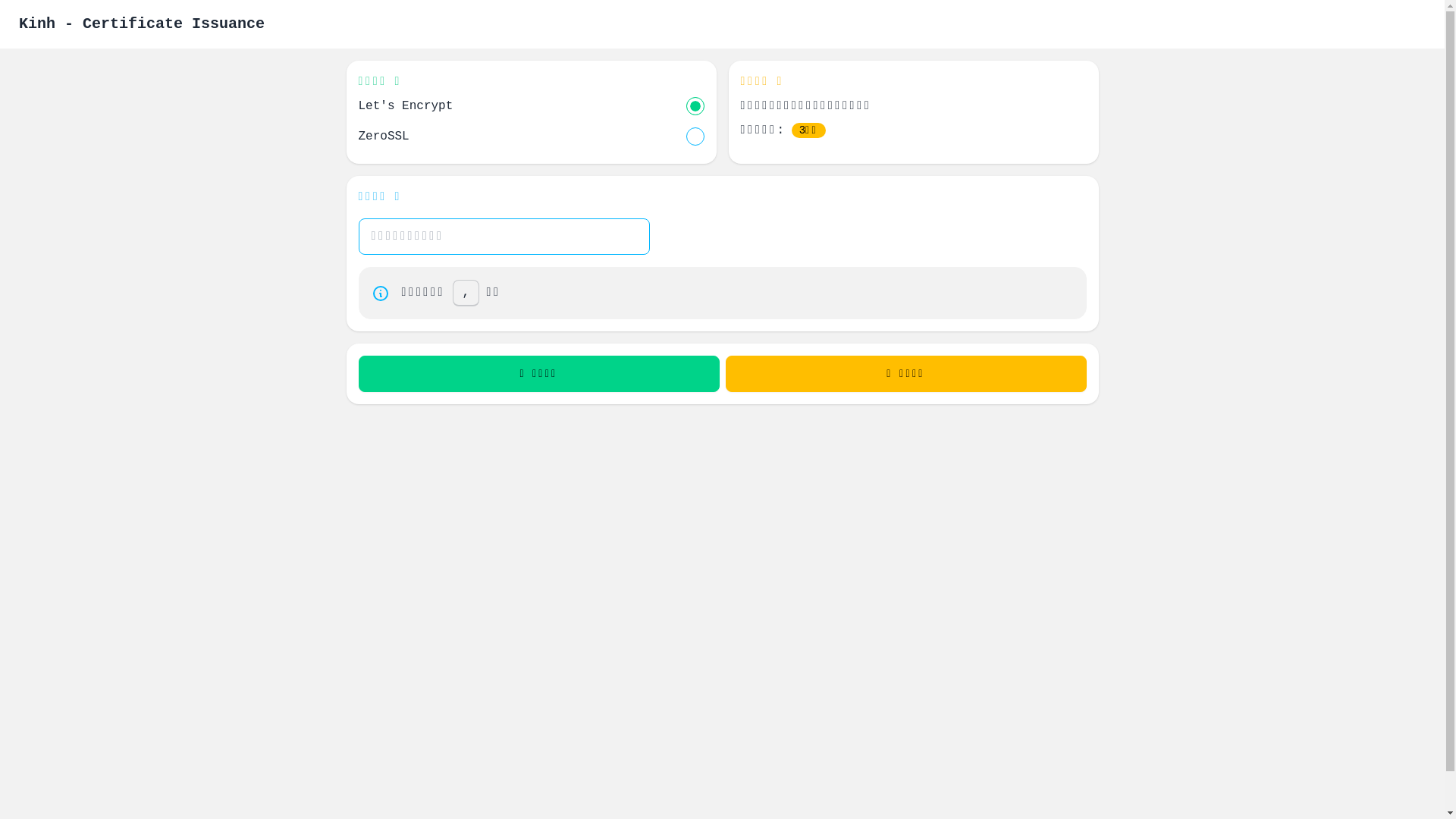  Describe the element at coordinates (142, 24) in the screenshot. I see `'Kinh - Certificate Issuance'` at that location.